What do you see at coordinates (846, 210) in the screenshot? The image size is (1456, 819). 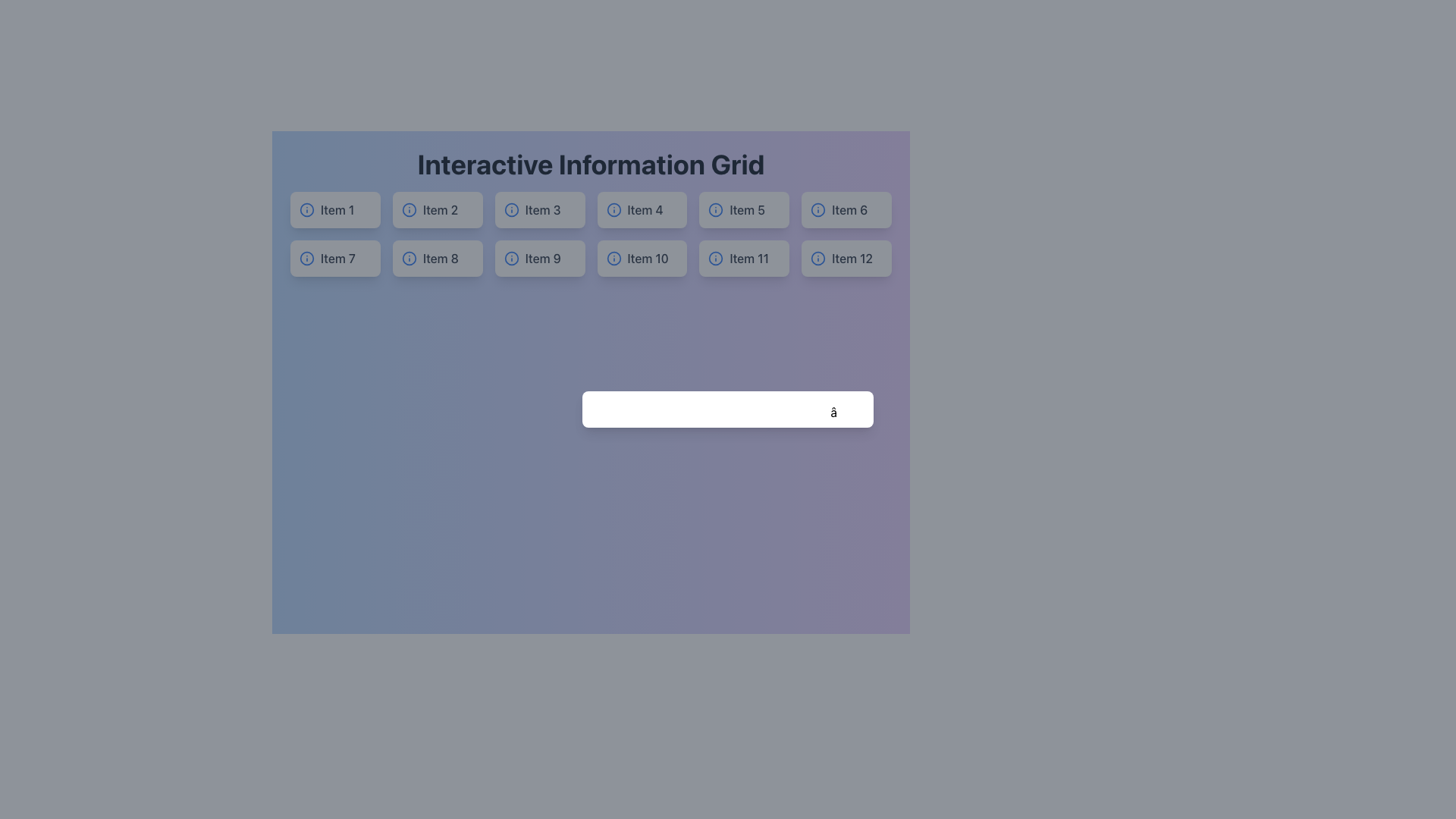 I see `the interactive button associated with 'Item 6' in the 'Interactive Information Grid'` at bounding box center [846, 210].